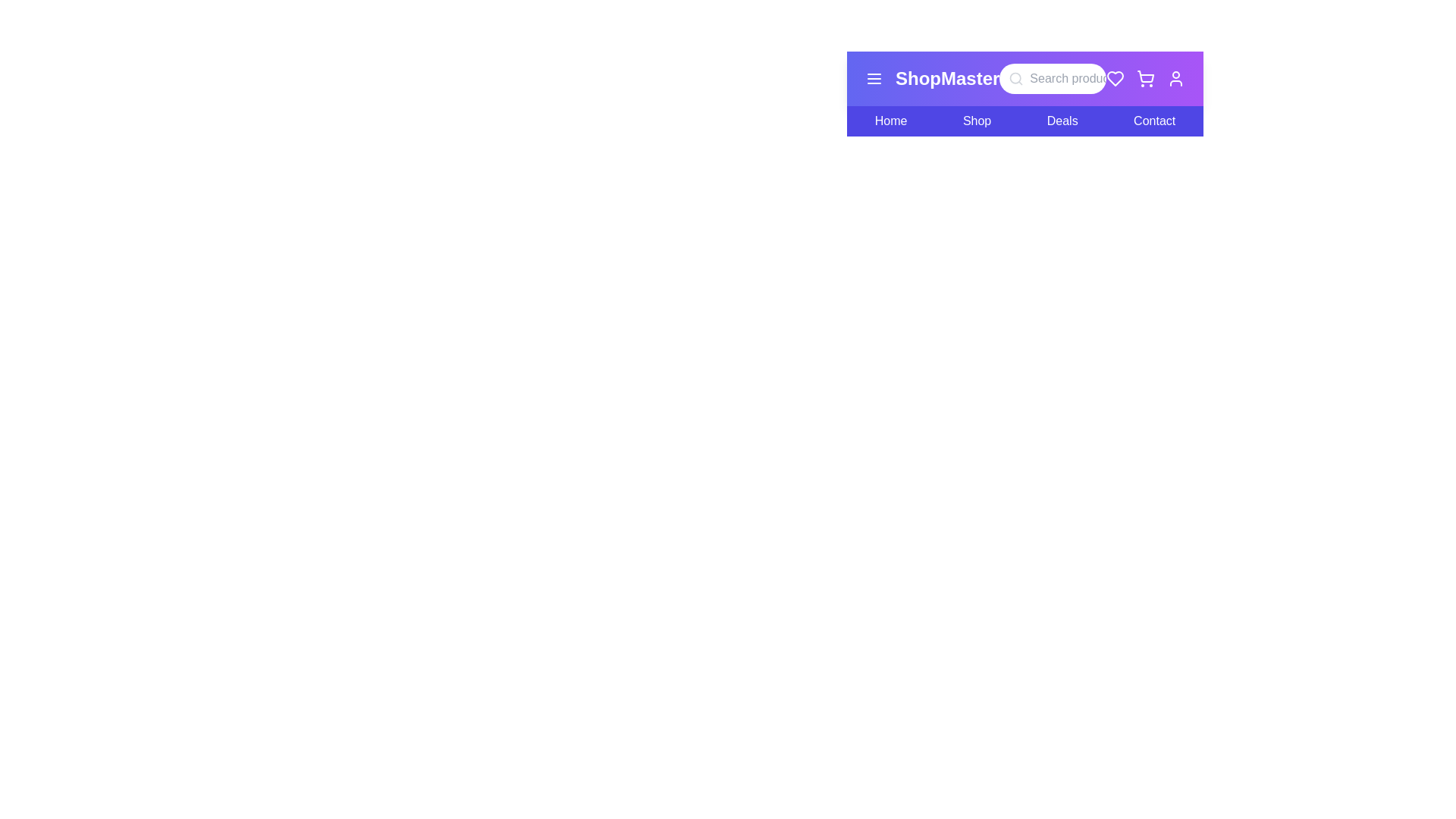 Image resolution: width=1456 pixels, height=819 pixels. Describe the element at coordinates (874, 79) in the screenshot. I see `the menu icon to toggle the menu visibility` at that location.